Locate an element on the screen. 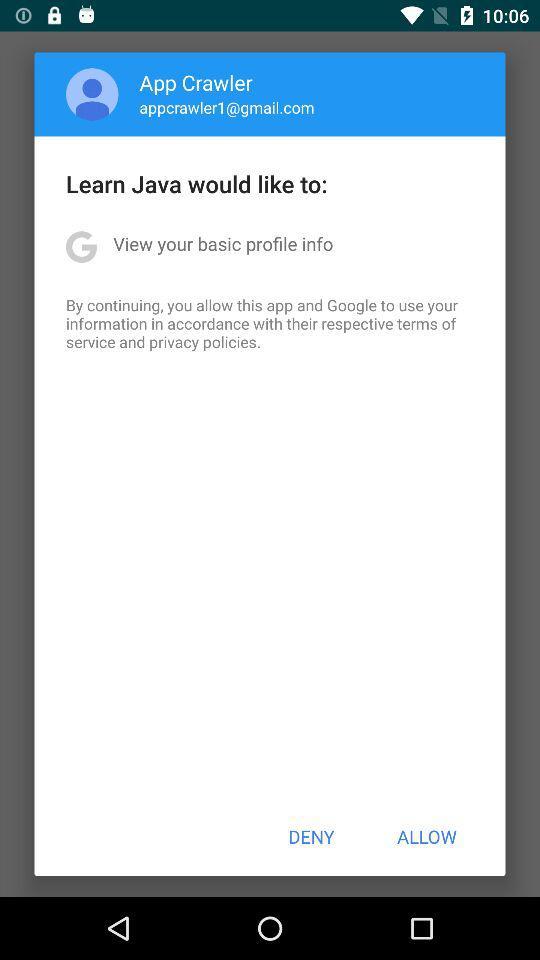 This screenshot has width=540, height=960. icon next to the app crawler app is located at coordinates (91, 94).